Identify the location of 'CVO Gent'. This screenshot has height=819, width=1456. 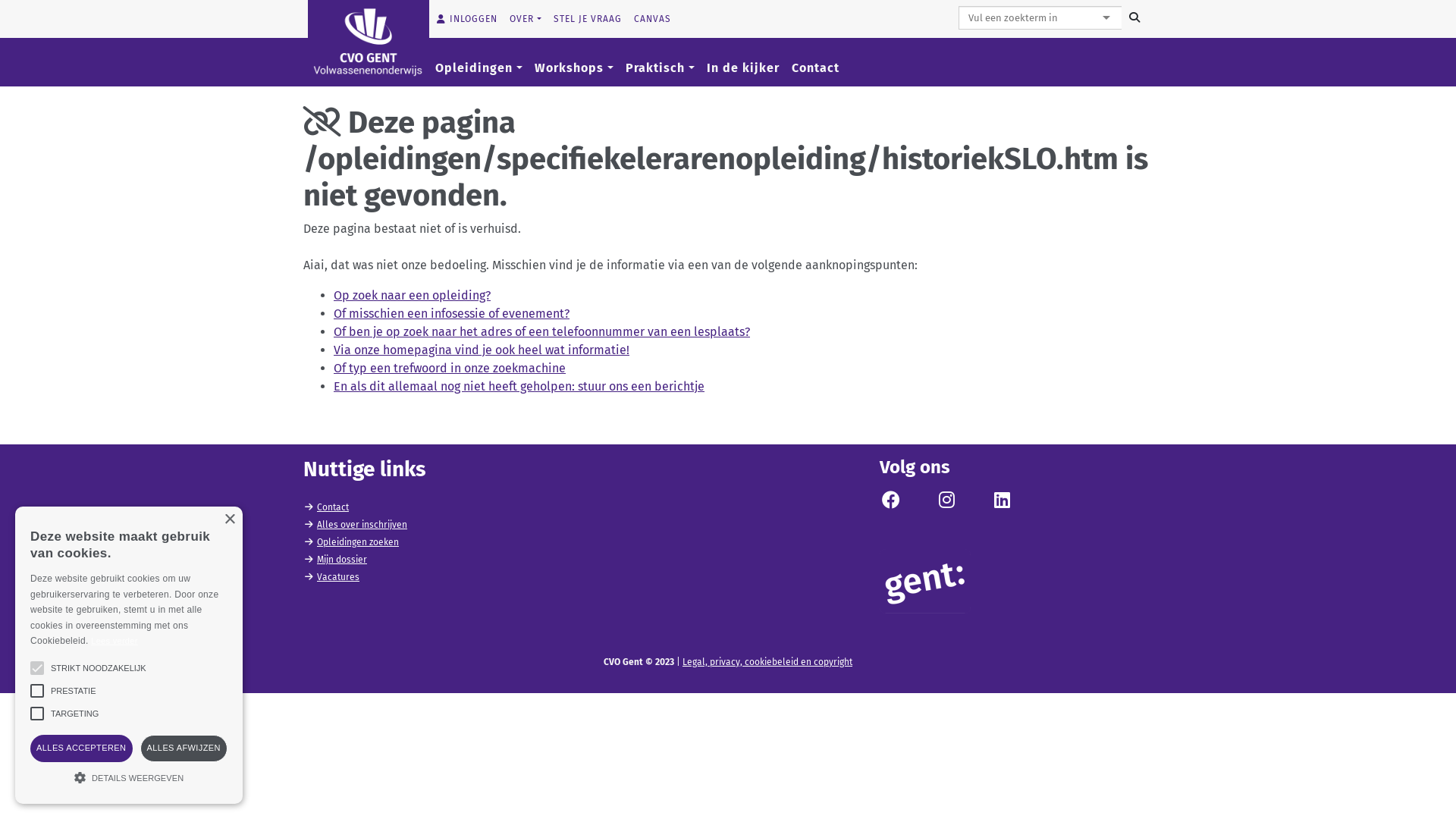
(307, 40).